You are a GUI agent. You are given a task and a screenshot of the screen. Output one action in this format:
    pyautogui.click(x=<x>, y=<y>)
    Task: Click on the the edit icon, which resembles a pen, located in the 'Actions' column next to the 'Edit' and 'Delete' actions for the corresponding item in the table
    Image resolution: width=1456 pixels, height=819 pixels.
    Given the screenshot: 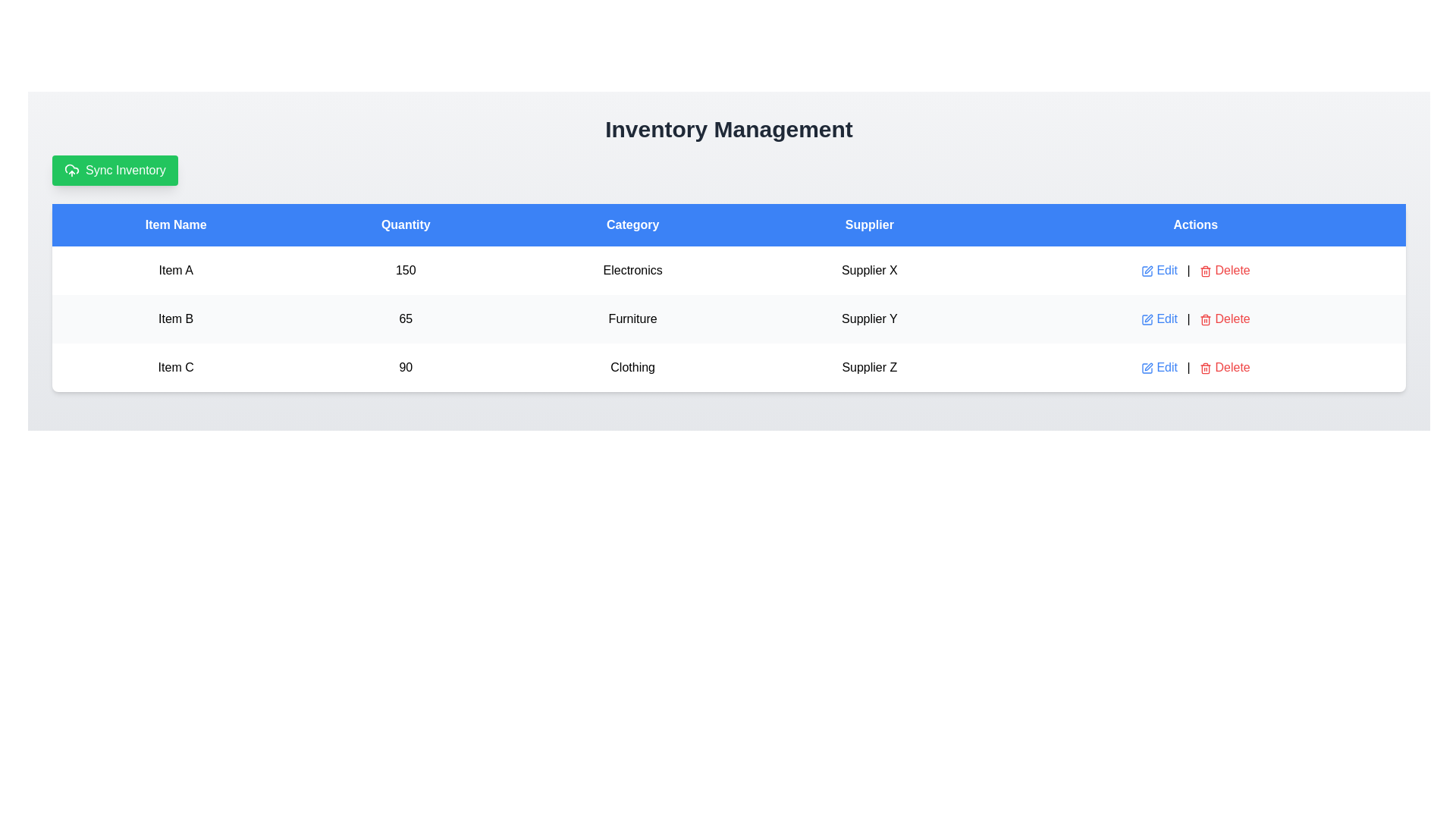 What is the action you would take?
    pyautogui.click(x=1149, y=366)
    